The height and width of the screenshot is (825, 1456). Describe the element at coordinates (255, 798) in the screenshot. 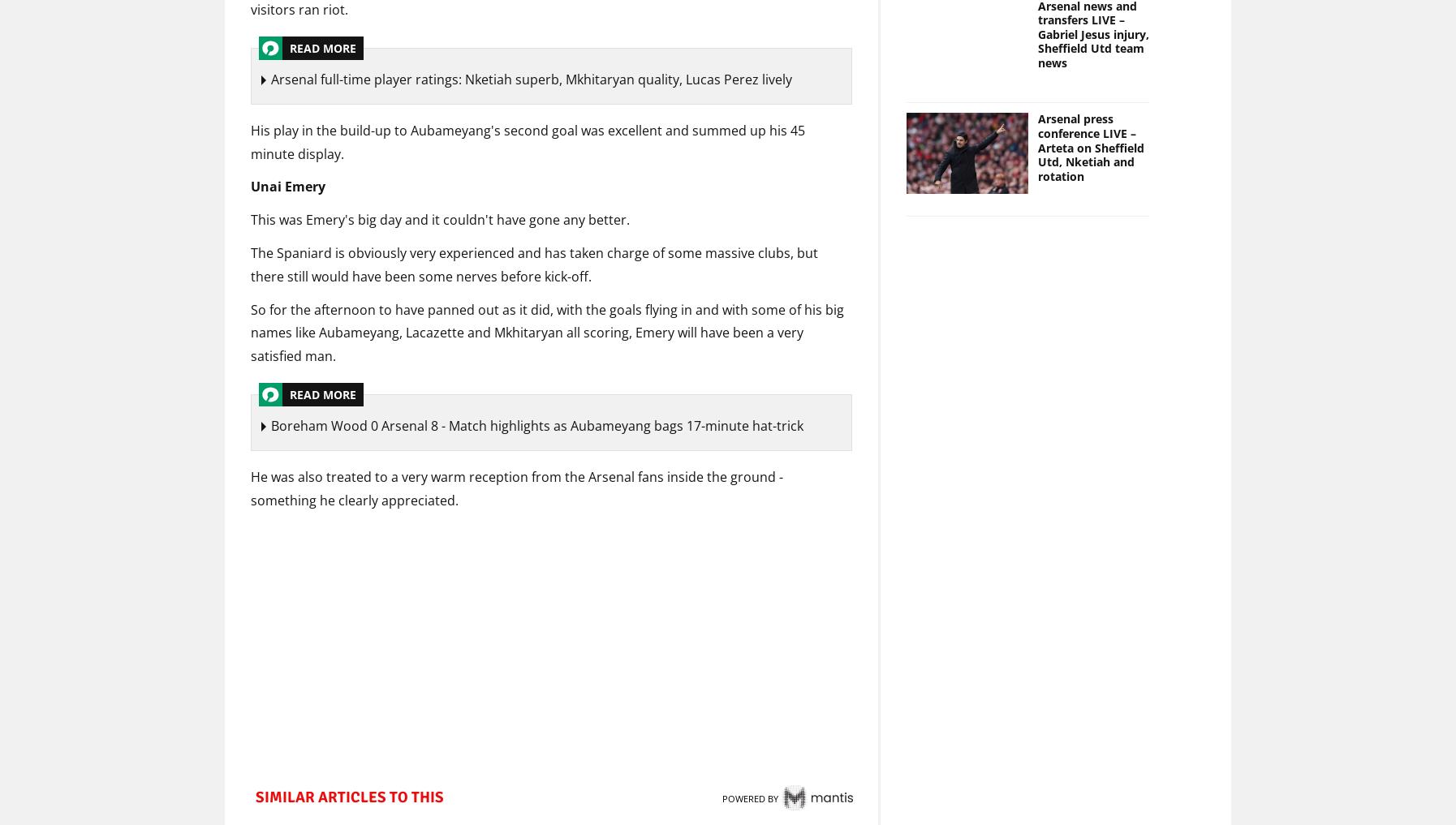

I see `'SIMILAR ARTICLES TO THIS'` at that location.